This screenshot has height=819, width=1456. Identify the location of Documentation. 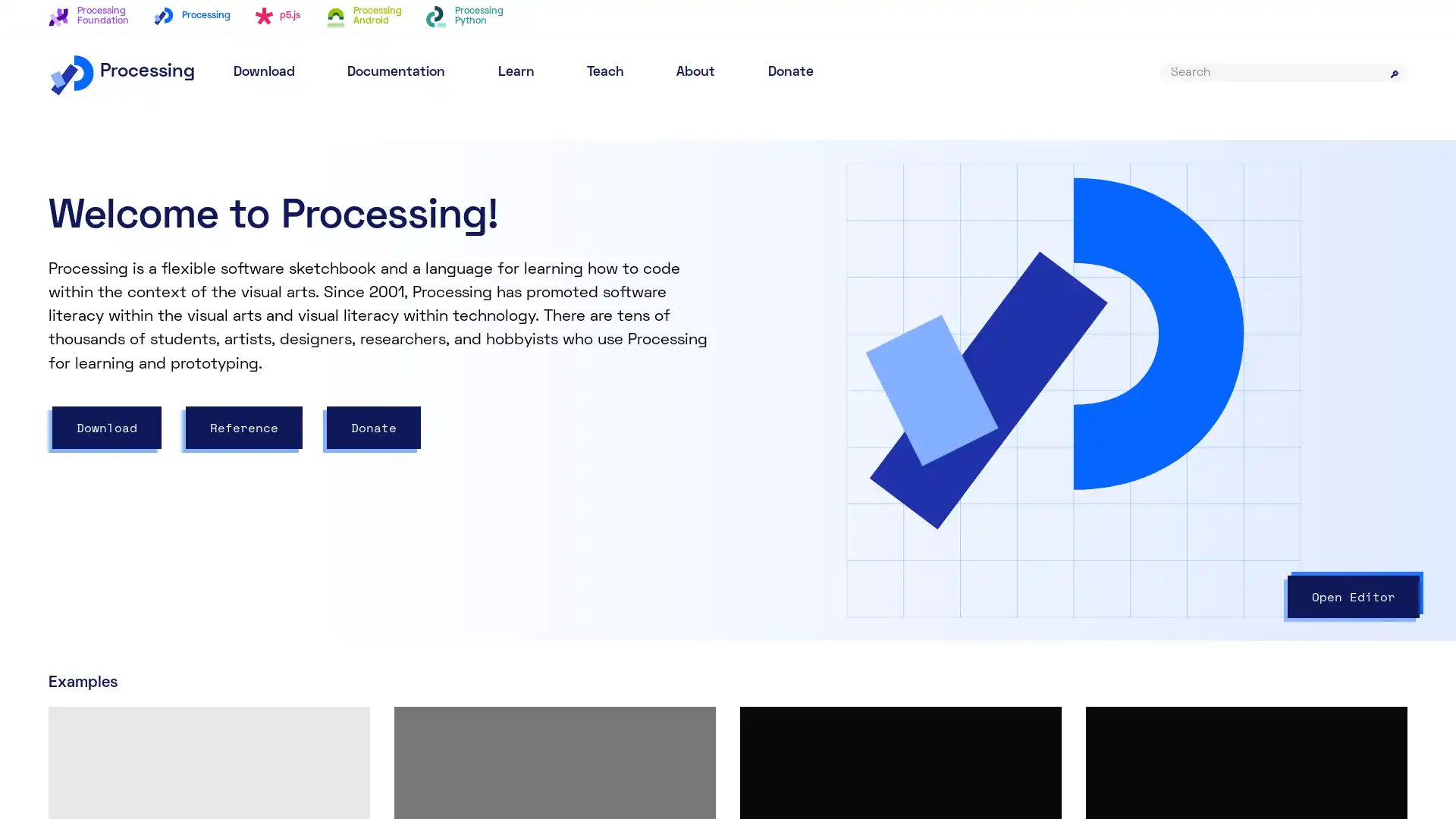
(396, 71).